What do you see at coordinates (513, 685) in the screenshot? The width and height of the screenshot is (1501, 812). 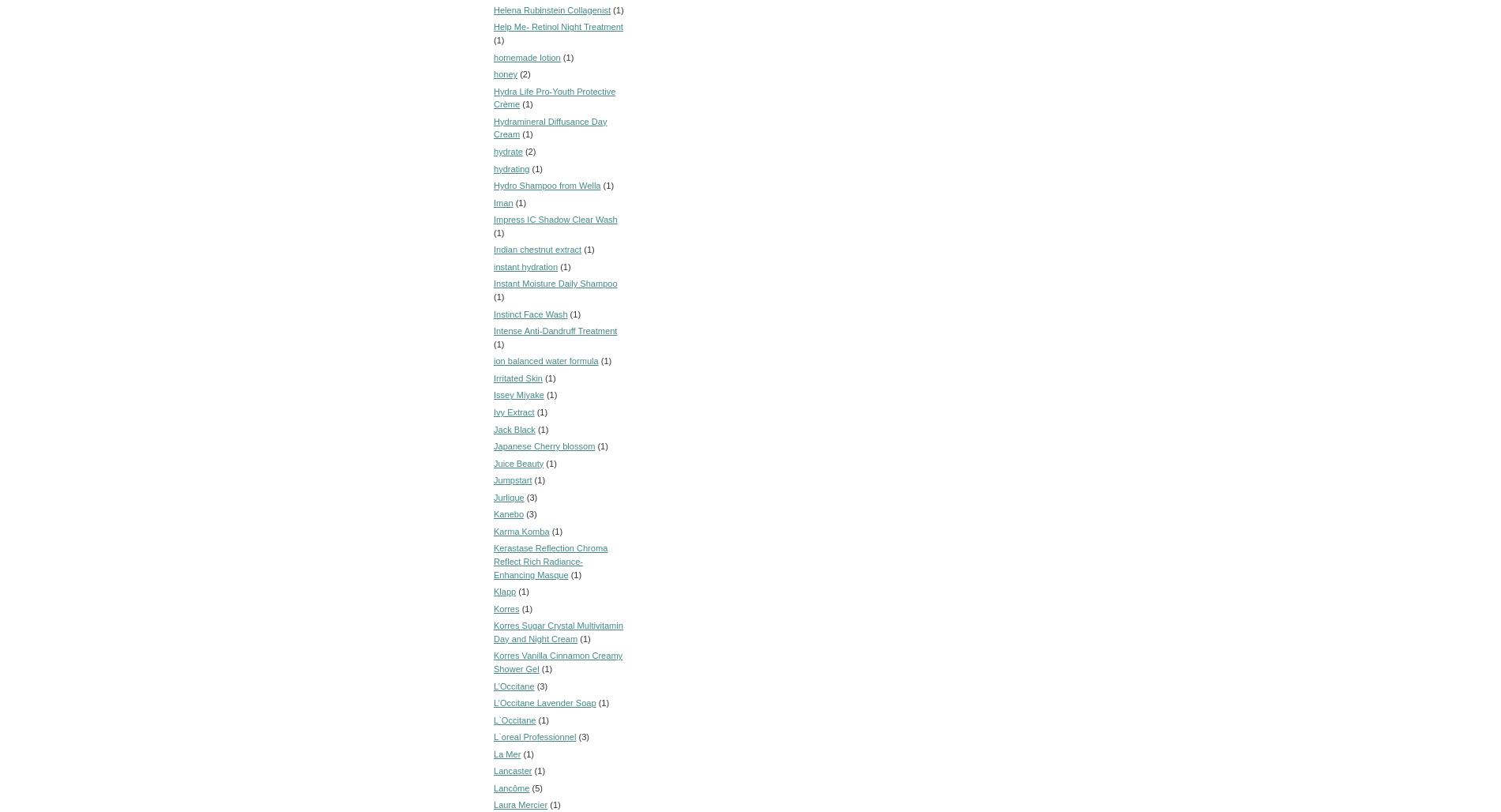 I see `'L’Occitane'` at bounding box center [513, 685].